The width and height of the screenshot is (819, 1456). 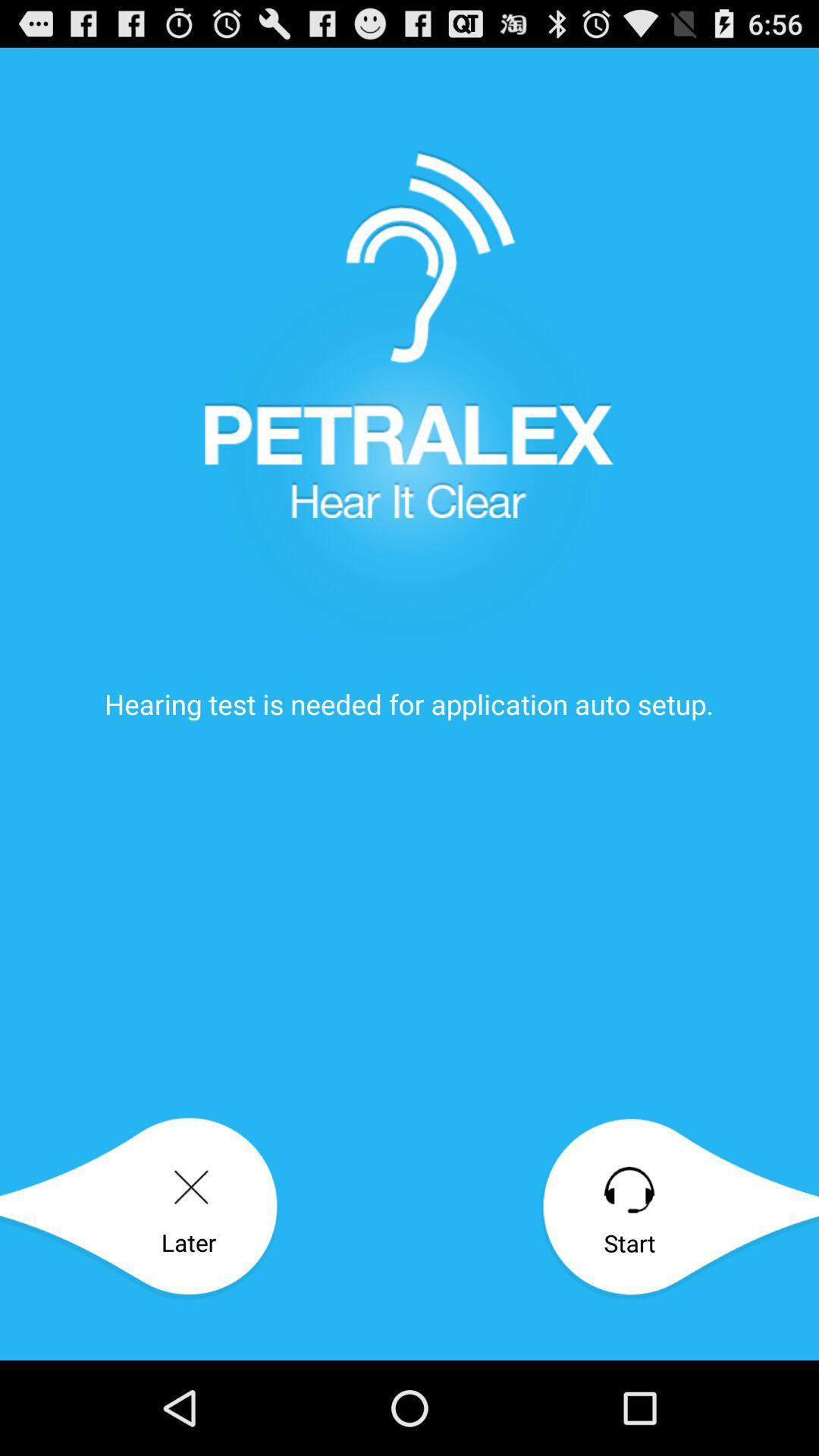 I want to click on icon next to the start icon, so click(x=139, y=1207).